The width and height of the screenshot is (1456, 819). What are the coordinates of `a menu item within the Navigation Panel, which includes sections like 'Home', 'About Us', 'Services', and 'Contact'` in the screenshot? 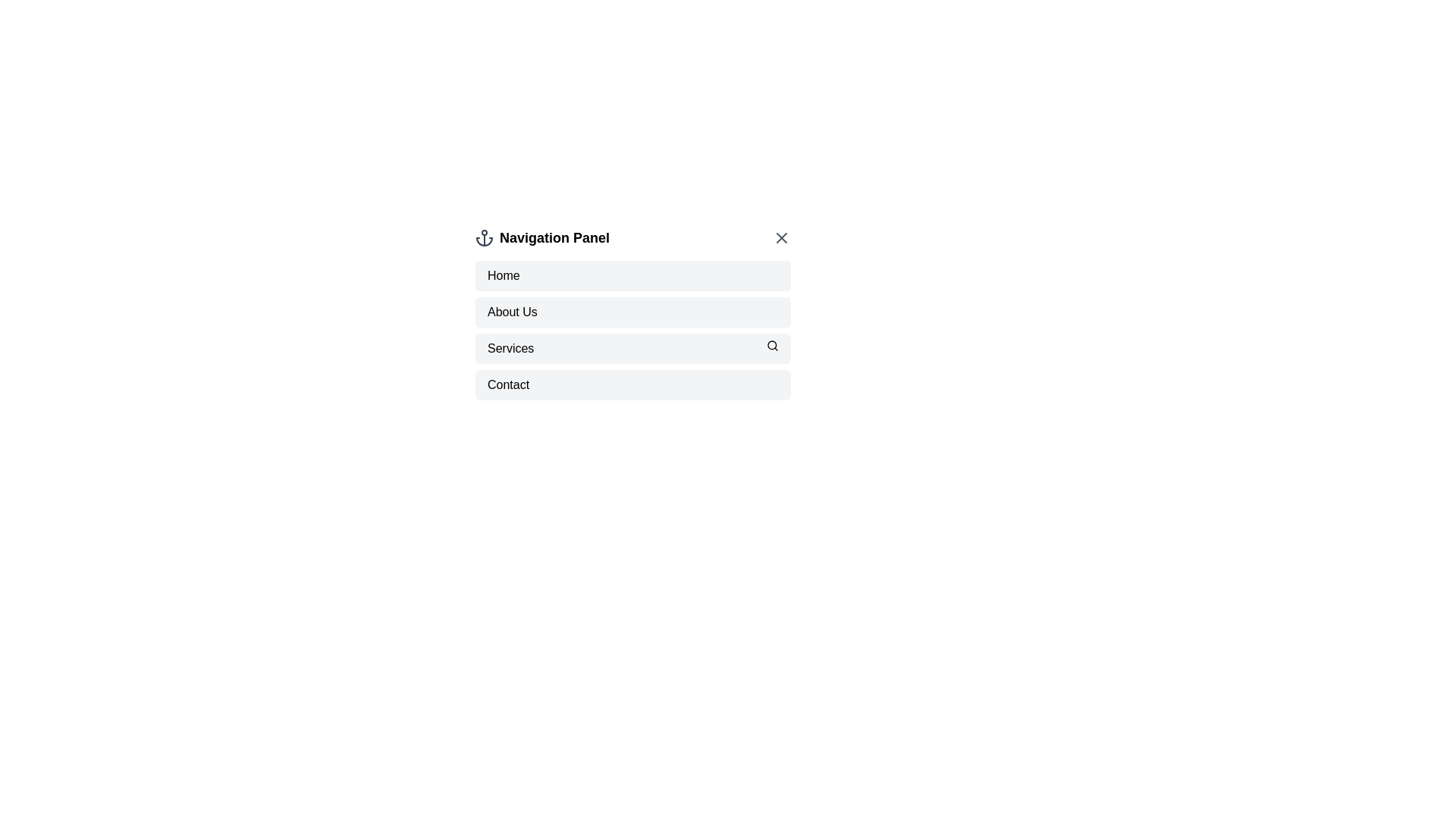 It's located at (633, 329).